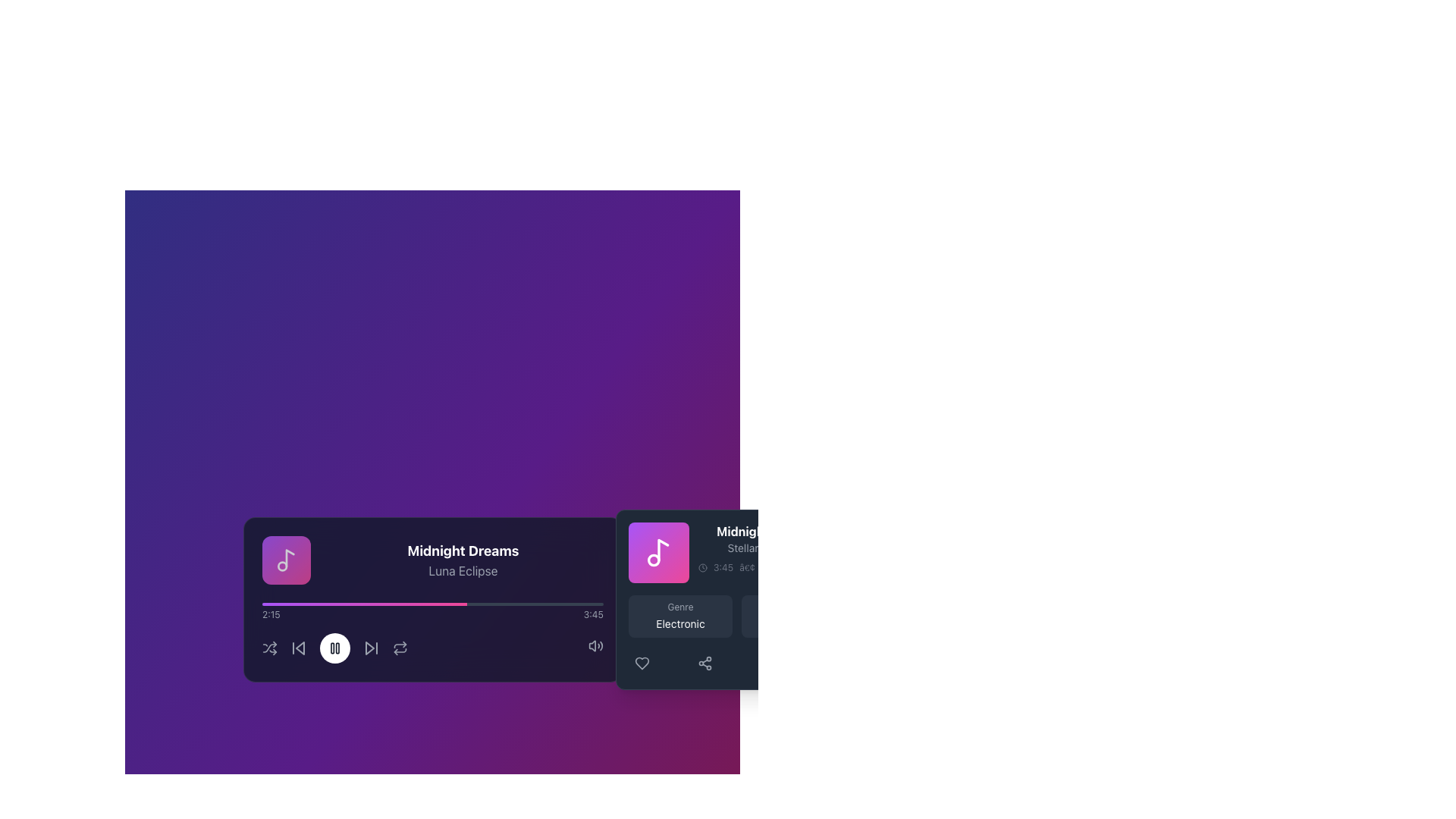 Image resolution: width=1456 pixels, height=819 pixels. What do you see at coordinates (701, 567) in the screenshot?
I see `circular SVG component representing a clock or timer for accessibility or design specifications by clicking on its center` at bounding box center [701, 567].